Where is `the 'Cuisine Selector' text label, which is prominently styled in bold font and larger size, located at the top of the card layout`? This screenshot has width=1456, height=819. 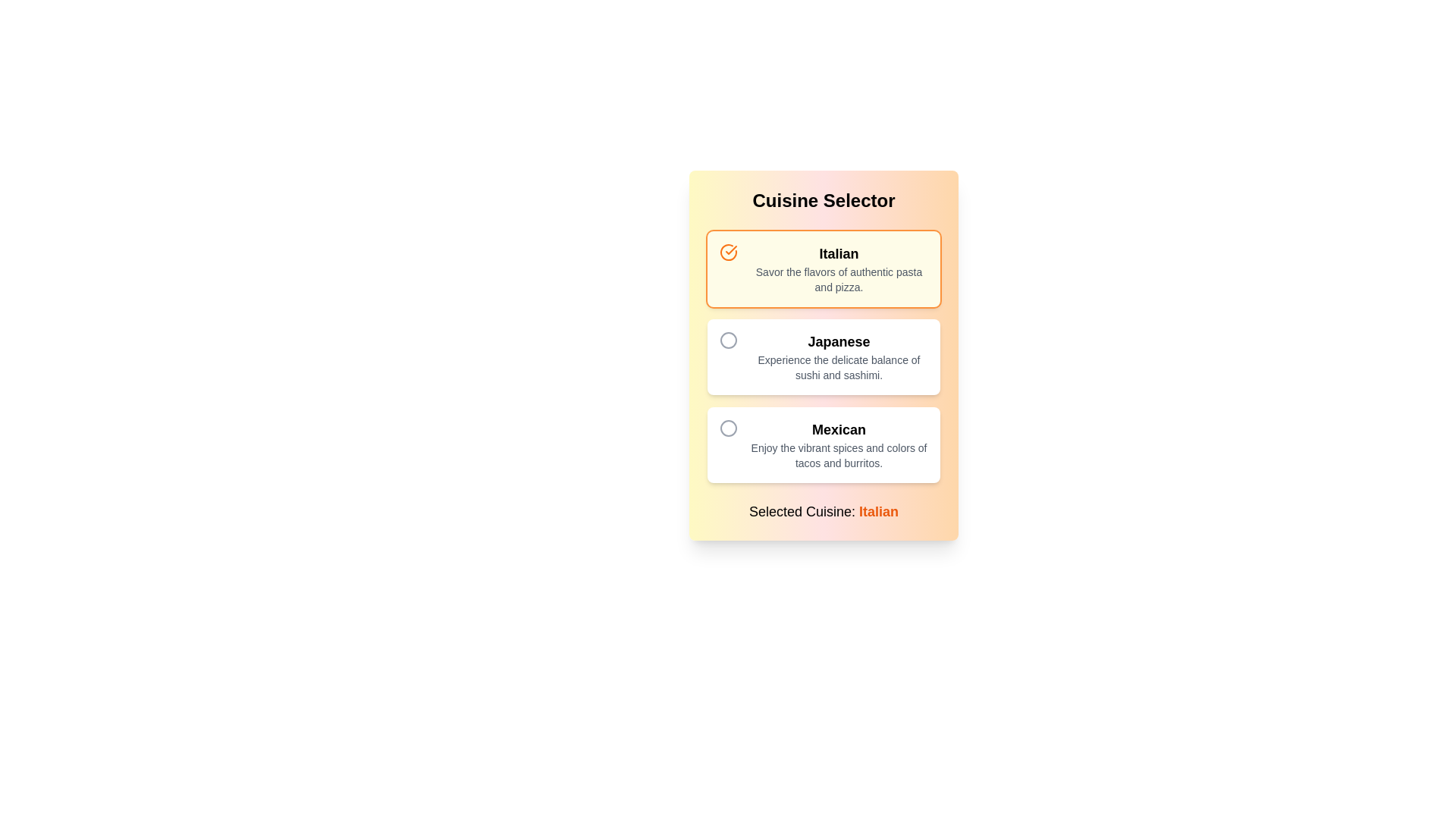 the 'Cuisine Selector' text label, which is prominently styled in bold font and larger size, located at the top of the card layout is located at coordinates (823, 200).